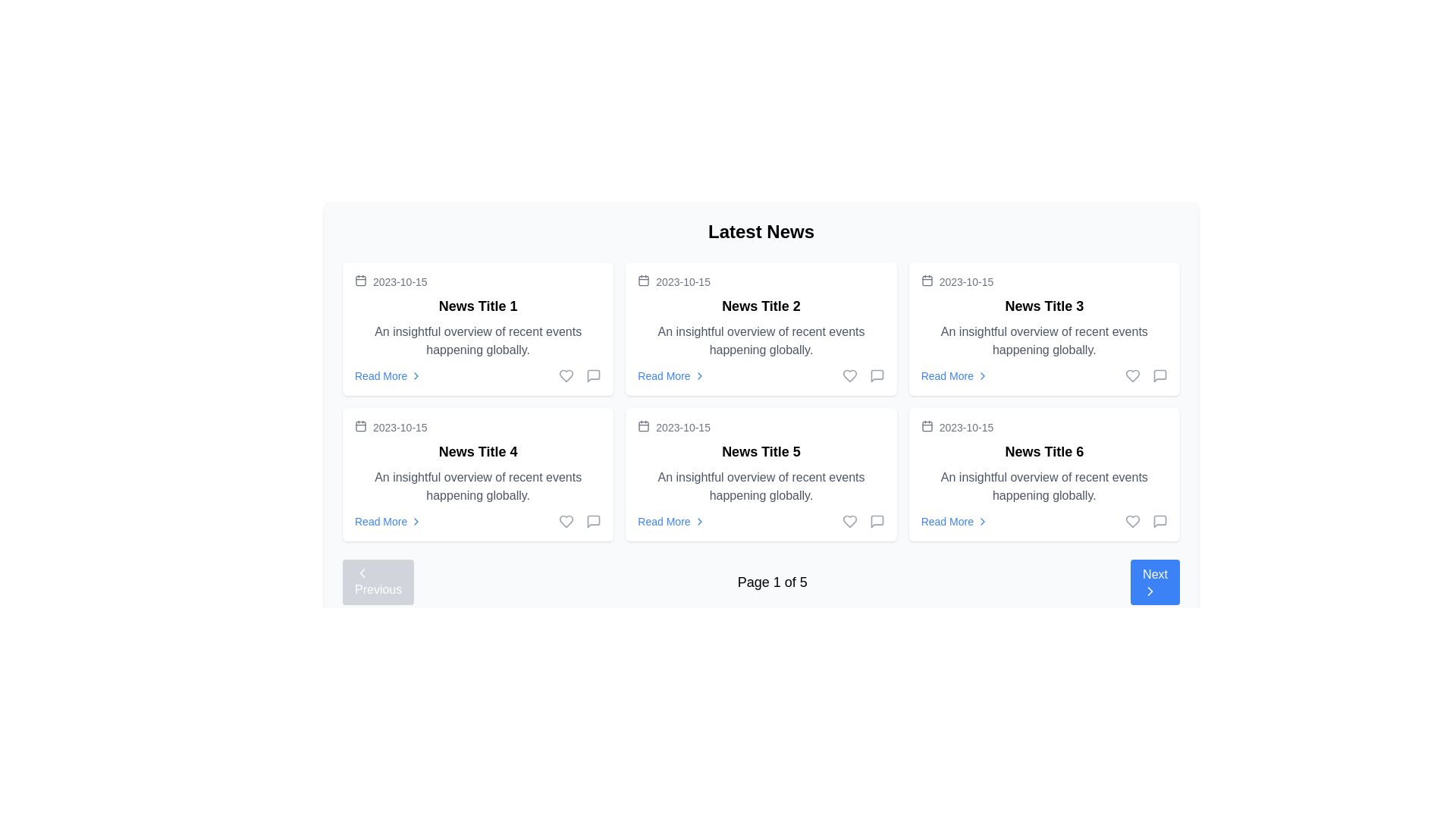 Image resolution: width=1456 pixels, height=819 pixels. What do you see at coordinates (1159, 375) in the screenshot?
I see `the gray speech bubble icon located in the bottom-right corner of the card displaying 'News Title 3'` at bounding box center [1159, 375].